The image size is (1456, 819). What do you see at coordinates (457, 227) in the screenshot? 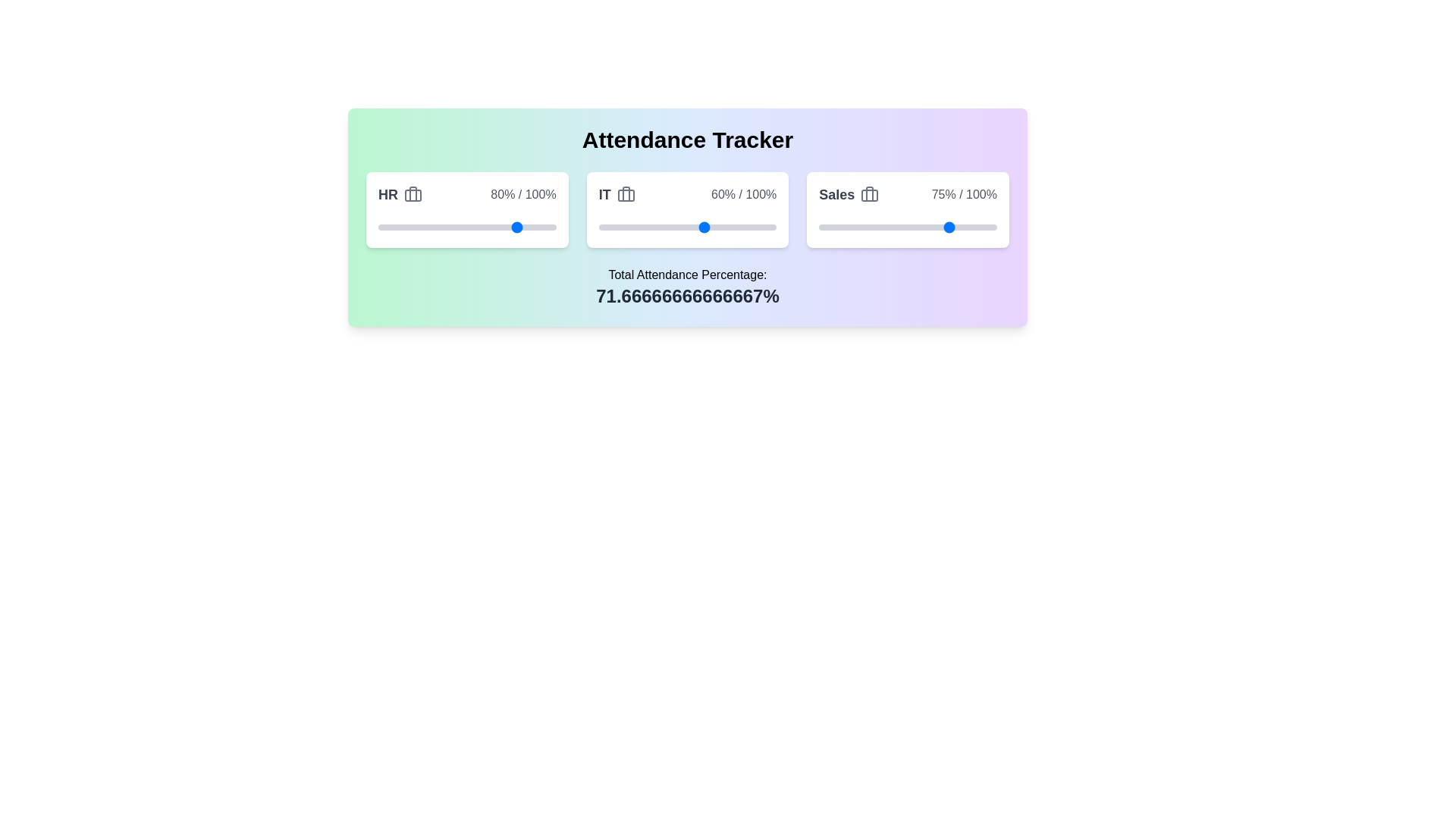
I see `HR attendance percentage` at bounding box center [457, 227].